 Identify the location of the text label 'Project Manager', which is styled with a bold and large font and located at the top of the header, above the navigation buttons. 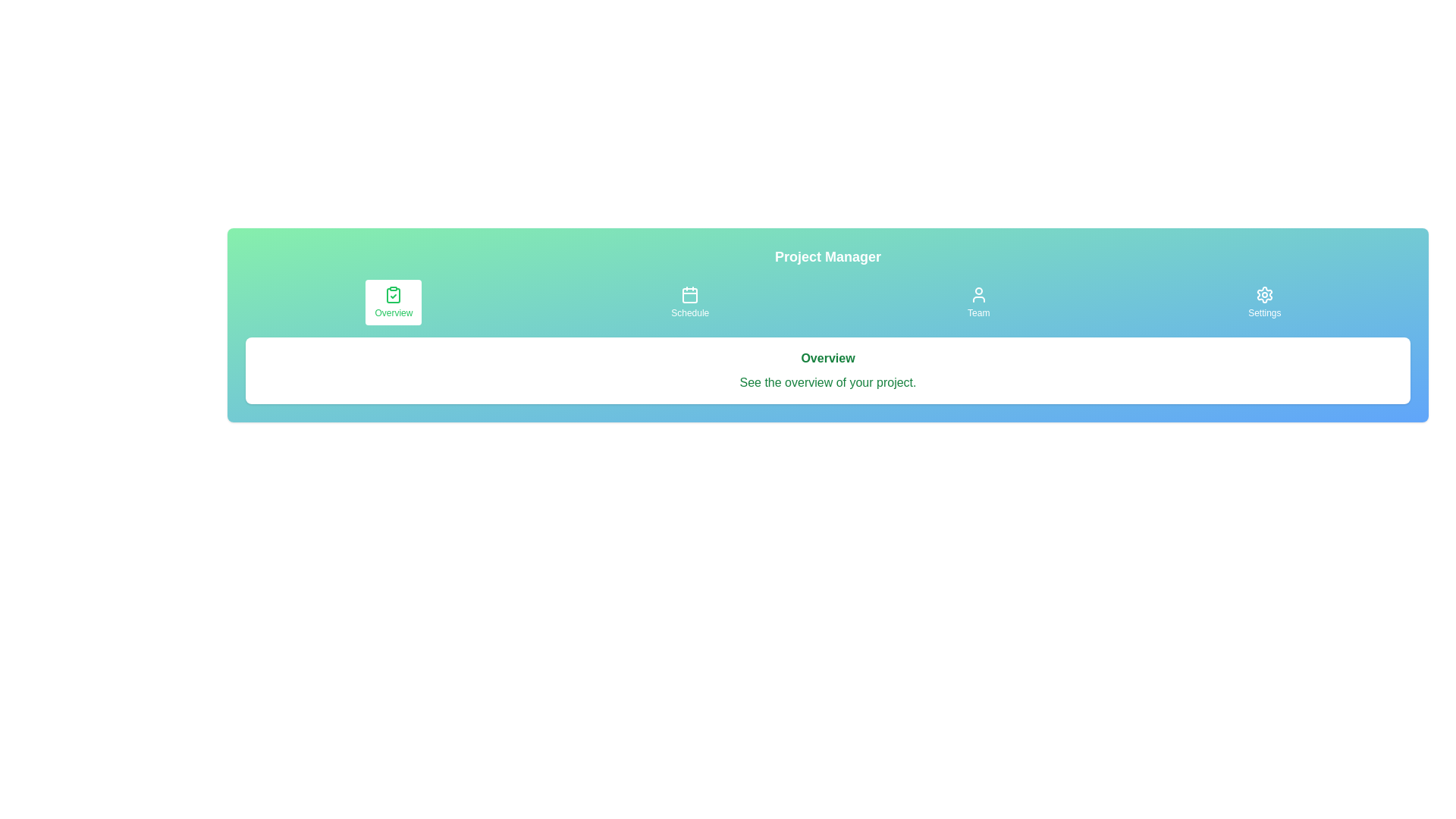
(827, 256).